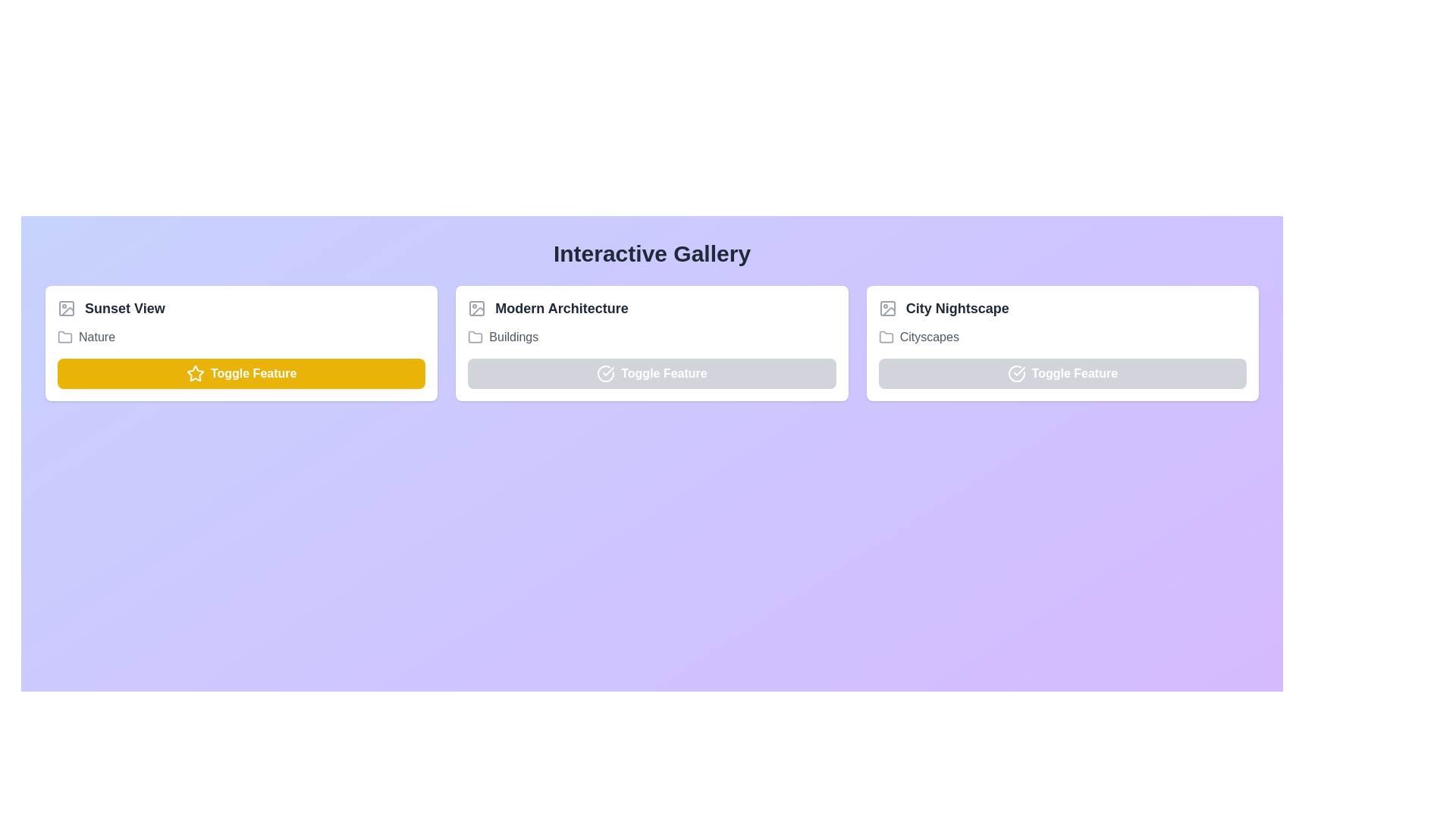 Image resolution: width=1456 pixels, height=819 pixels. Describe the element at coordinates (65, 308) in the screenshot. I see `the rectangular graphic element located at the top-left corner of the 'Sunset View' section within the photo icon` at that location.